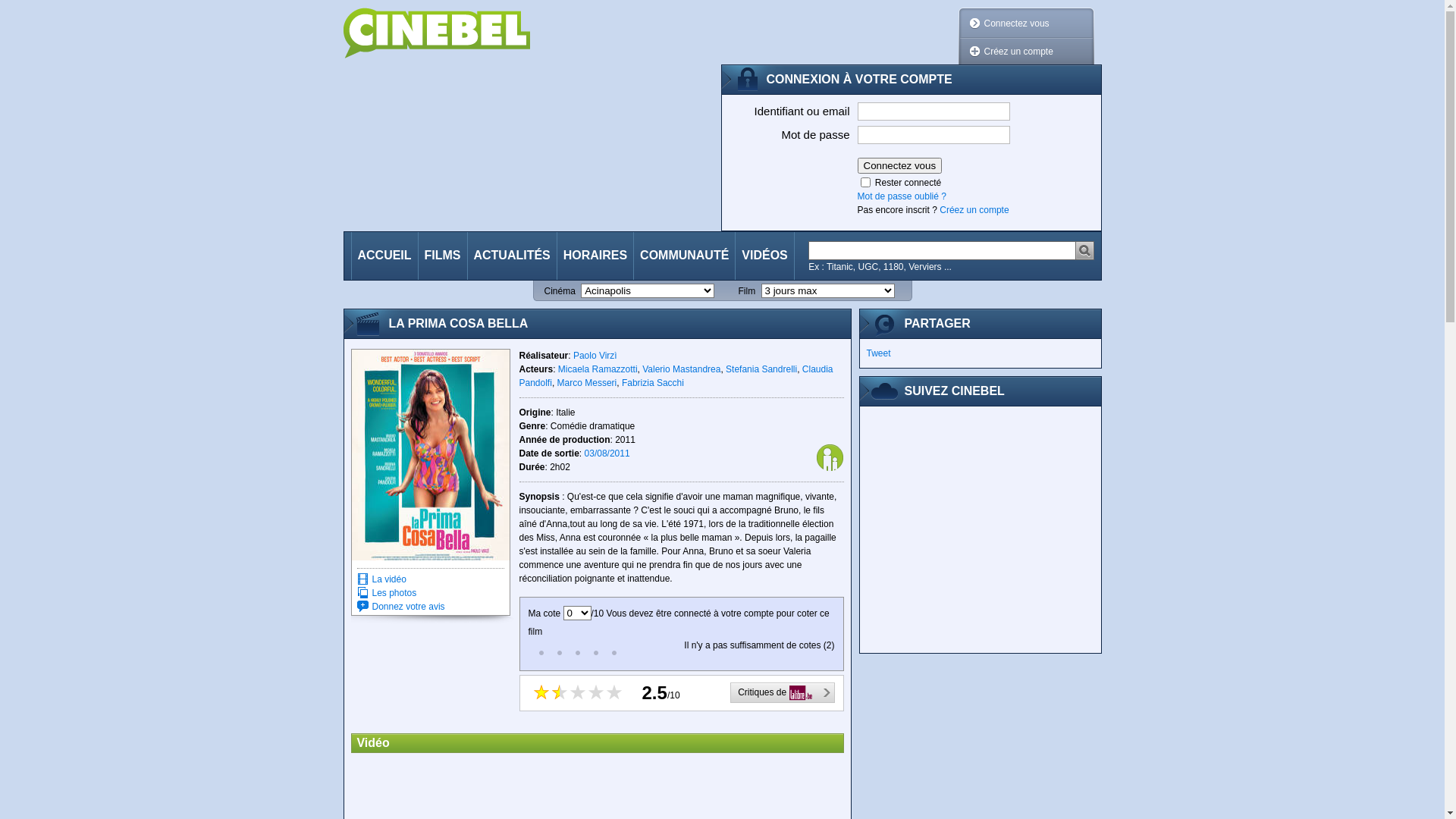 The width and height of the screenshot is (1456, 819). I want to click on 'Marco Messeri', so click(556, 382).